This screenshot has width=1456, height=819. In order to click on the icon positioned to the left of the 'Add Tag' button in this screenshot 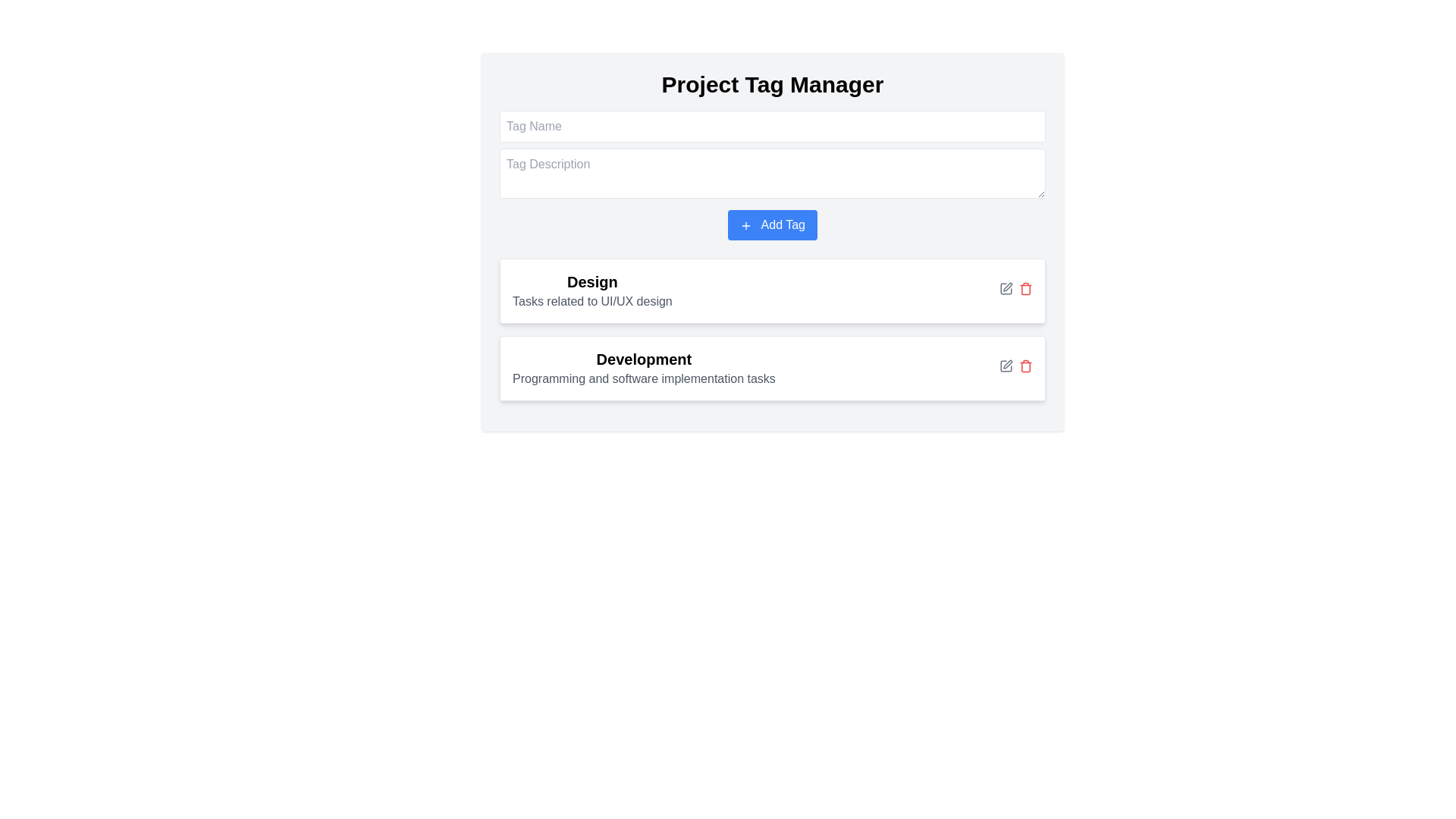, I will do `click(745, 225)`.